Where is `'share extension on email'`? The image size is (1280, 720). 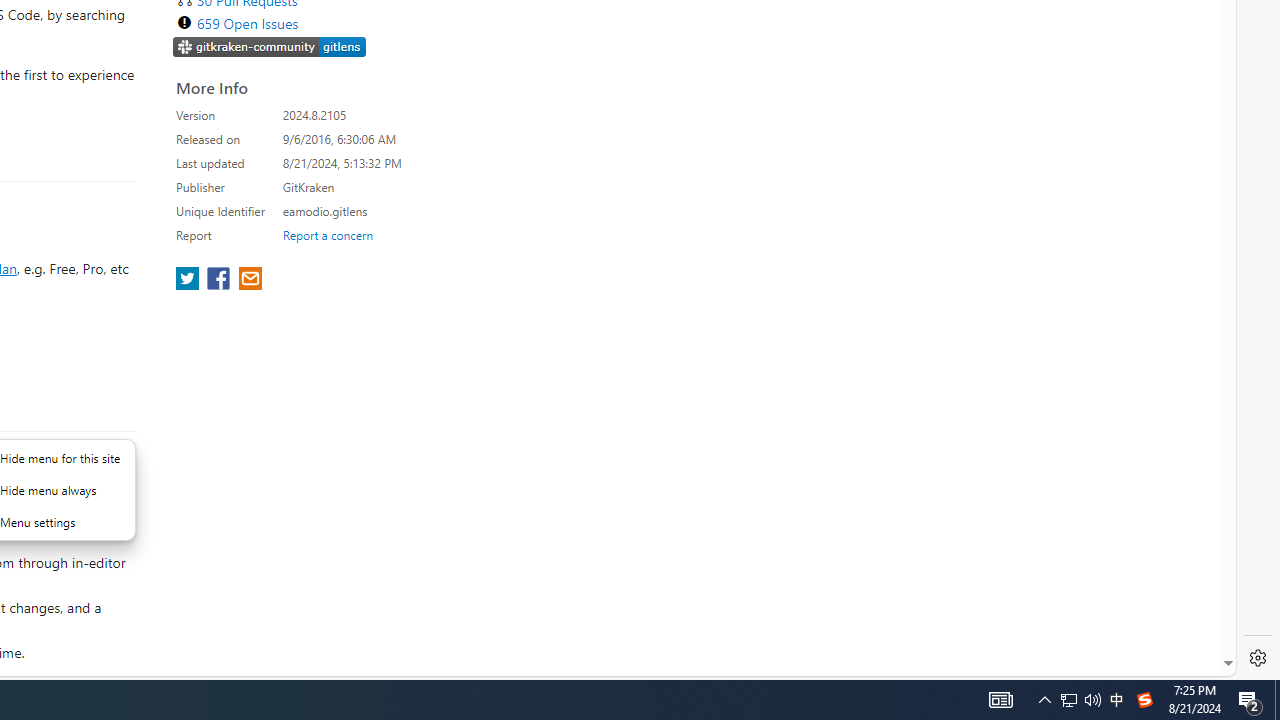 'share extension on email' is located at coordinates (248, 280).